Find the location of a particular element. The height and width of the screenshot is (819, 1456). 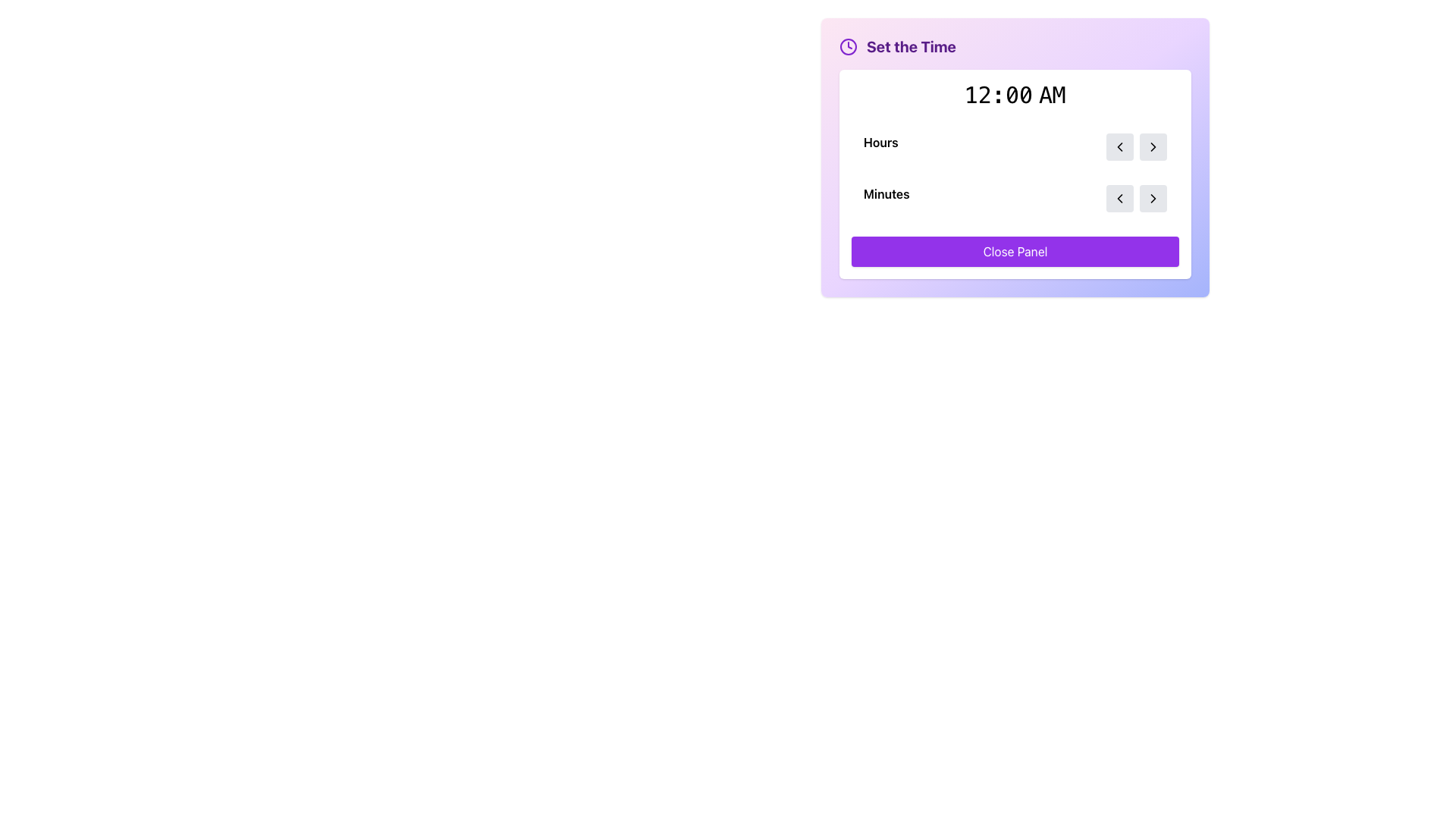

the SVG Circle that represents the circular boundary of the clock icon in the top-left section of the 'Set the Time' panel is located at coordinates (847, 45).